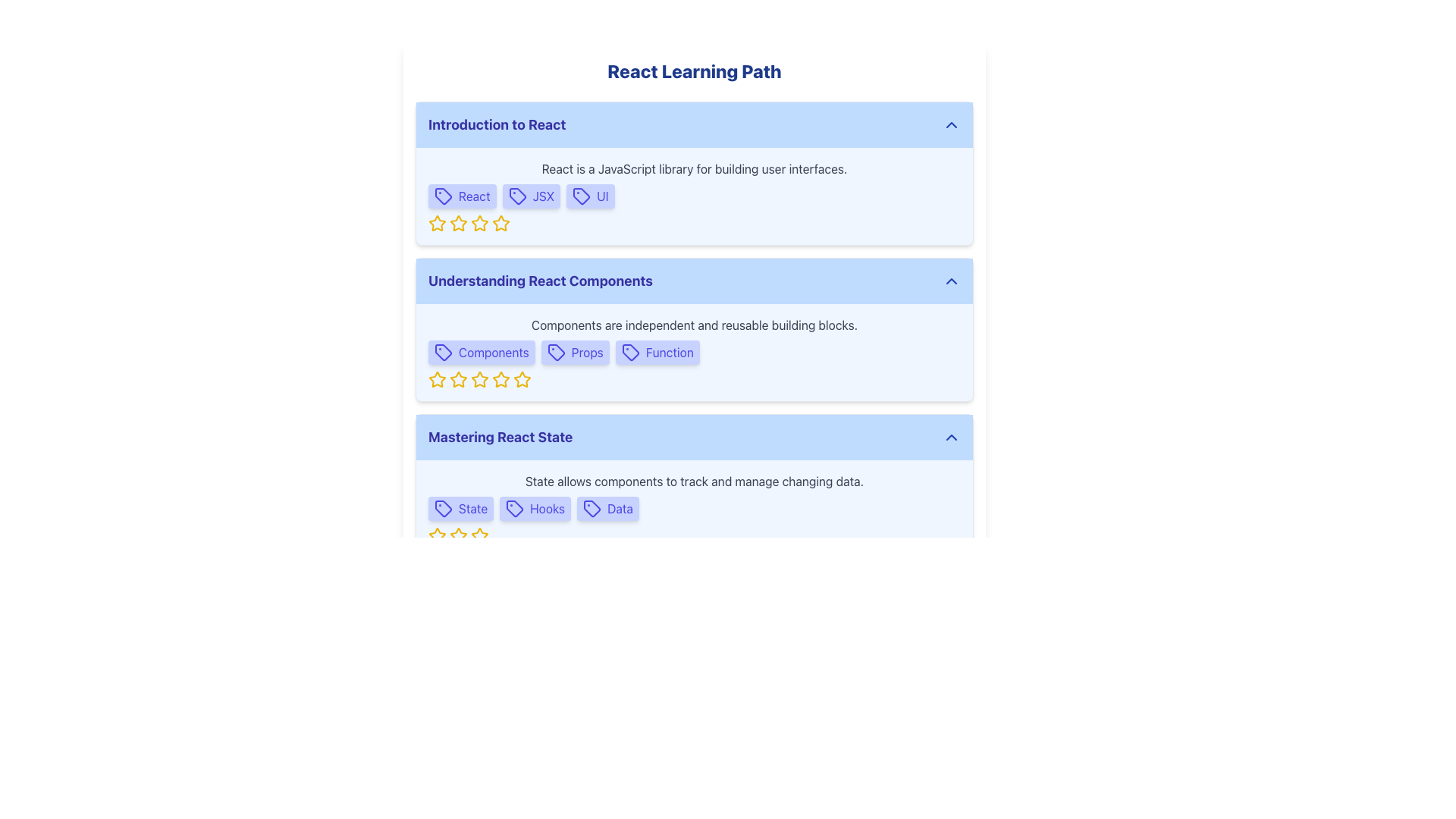  What do you see at coordinates (457, 378) in the screenshot?
I see `the first star icon in the second set of rating stars under the text 'Understanding React Components'` at bounding box center [457, 378].